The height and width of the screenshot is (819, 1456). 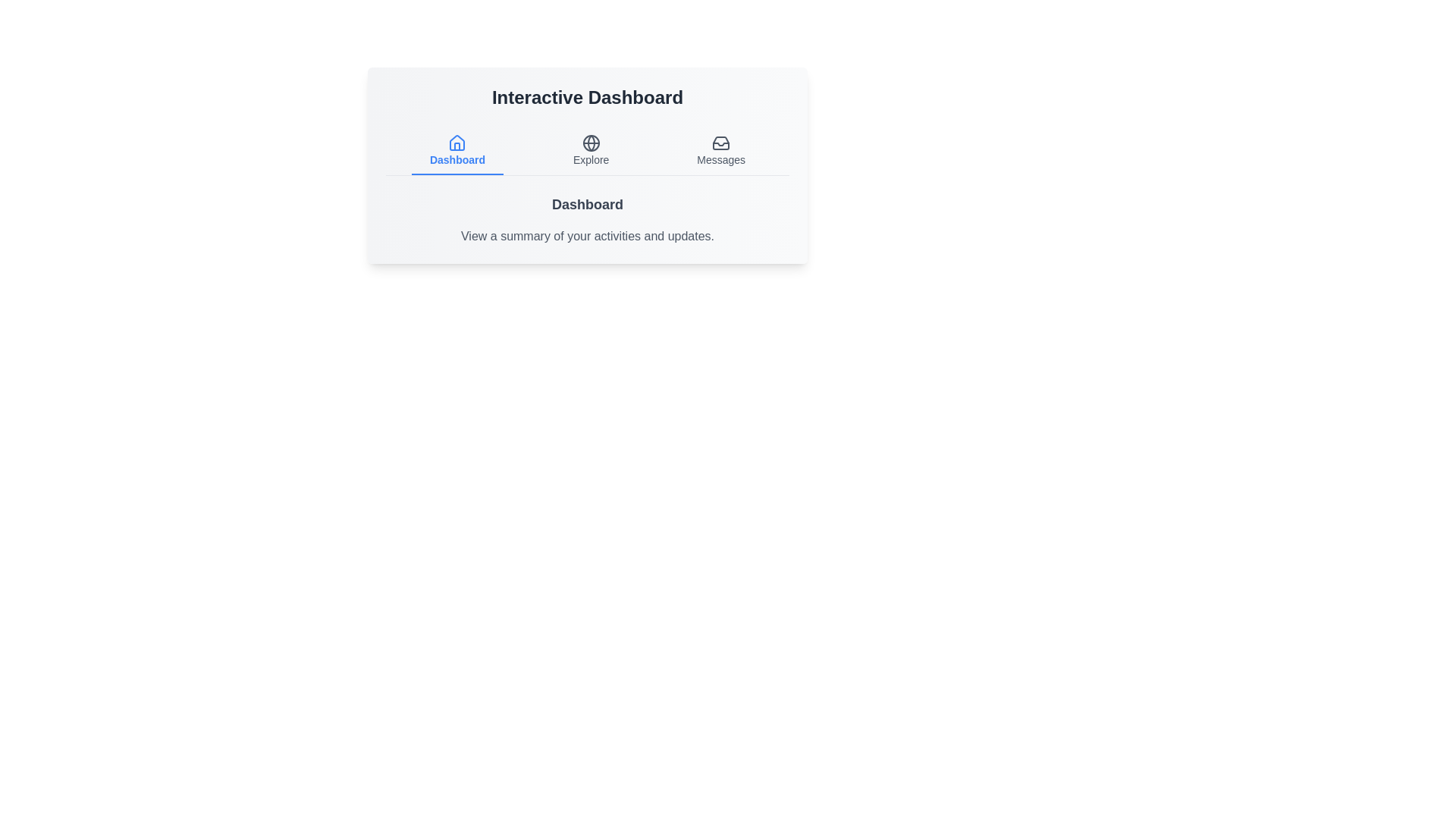 I want to click on the 'Explore' tab to switch to the Explore section, so click(x=590, y=152).